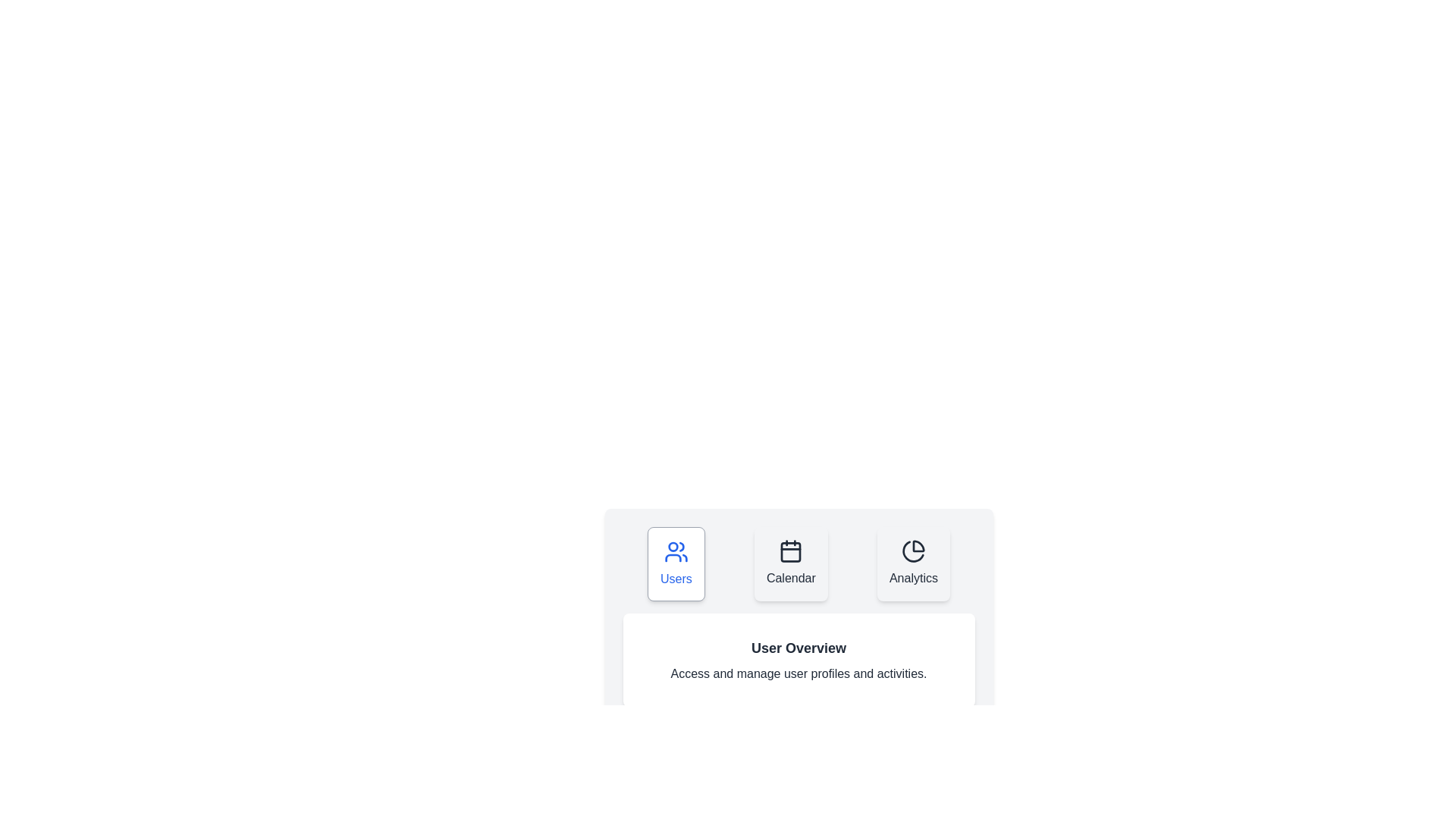 Image resolution: width=1456 pixels, height=819 pixels. Describe the element at coordinates (798, 564) in the screenshot. I see `the 'Calendar' button with icon, which is centrally aligned above the 'User Overview' section` at that location.